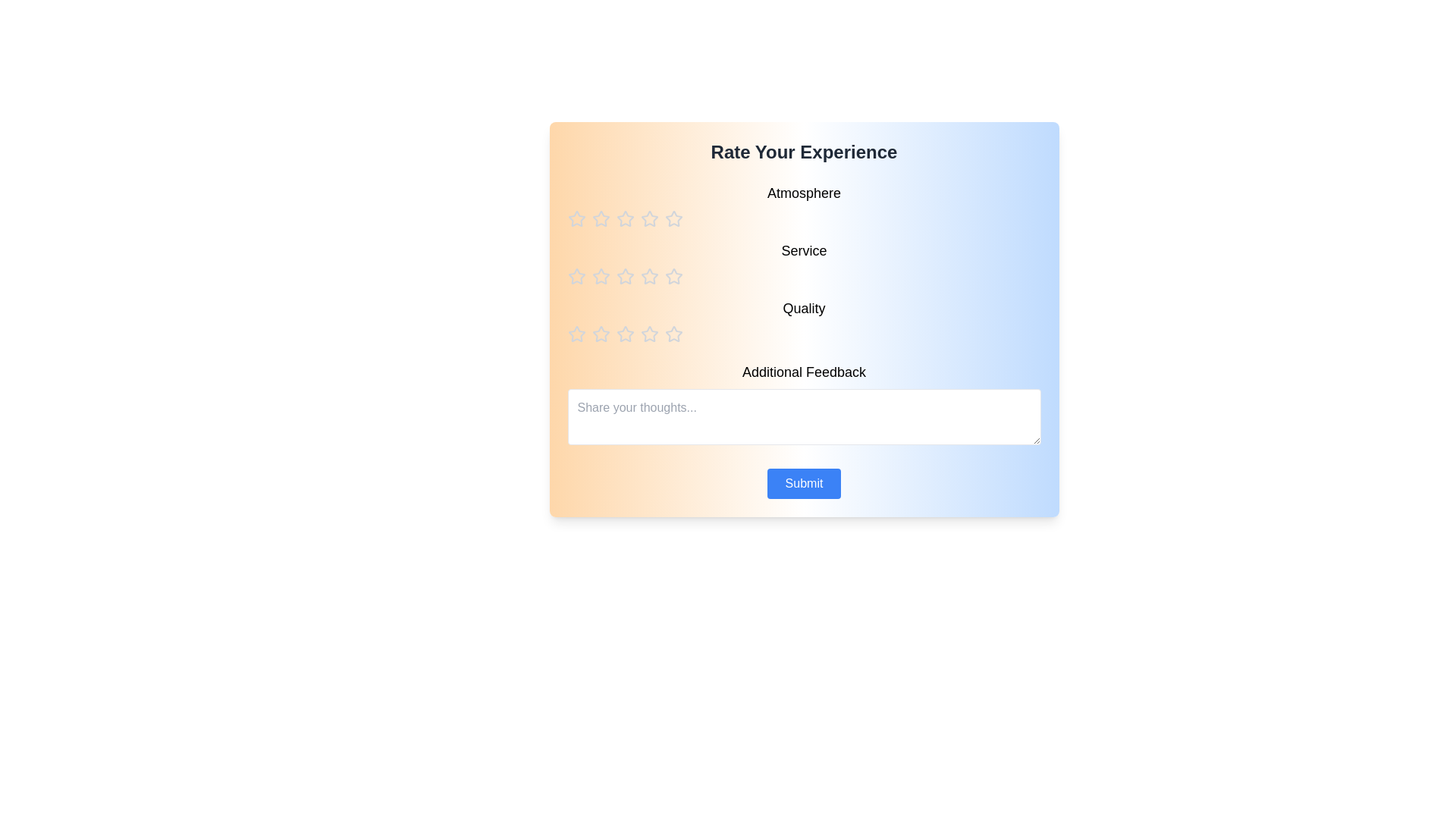  I want to click on the star corresponding to the rating 2 for the category service, so click(600, 277).